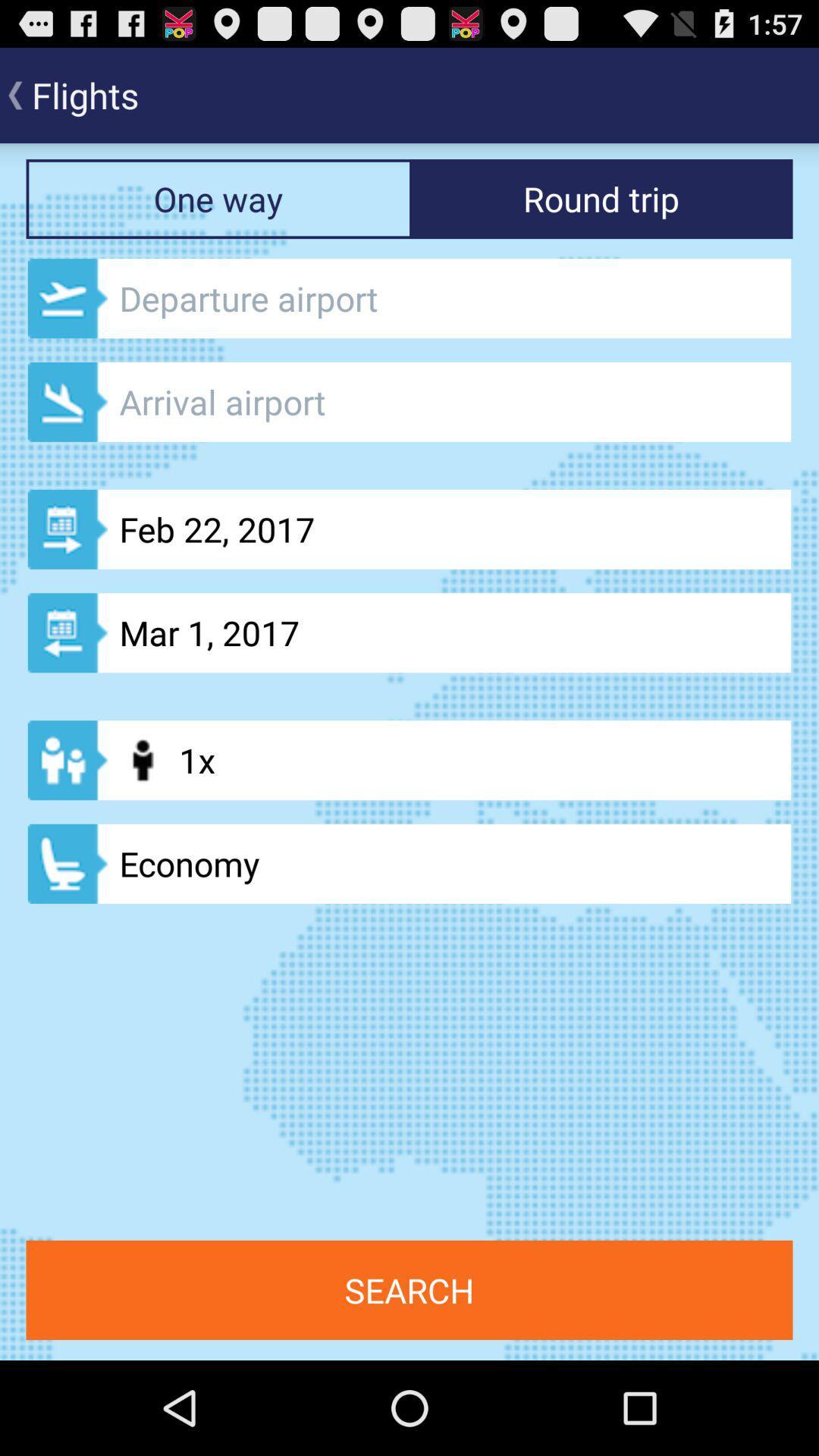  Describe the element at coordinates (409, 298) in the screenshot. I see `departure airport` at that location.